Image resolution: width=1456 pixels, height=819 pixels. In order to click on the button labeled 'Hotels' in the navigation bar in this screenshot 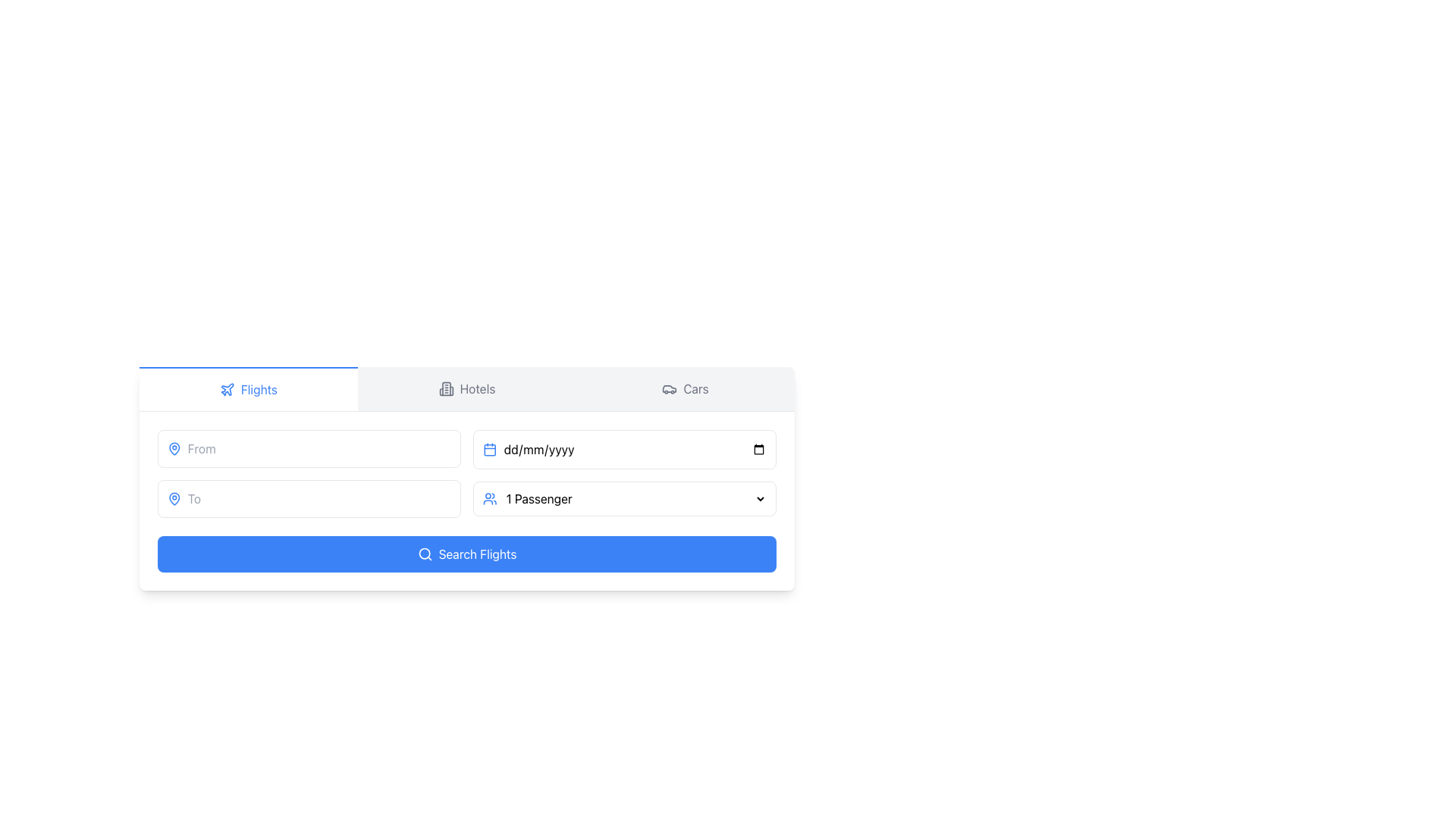, I will do `click(466, 388)`.